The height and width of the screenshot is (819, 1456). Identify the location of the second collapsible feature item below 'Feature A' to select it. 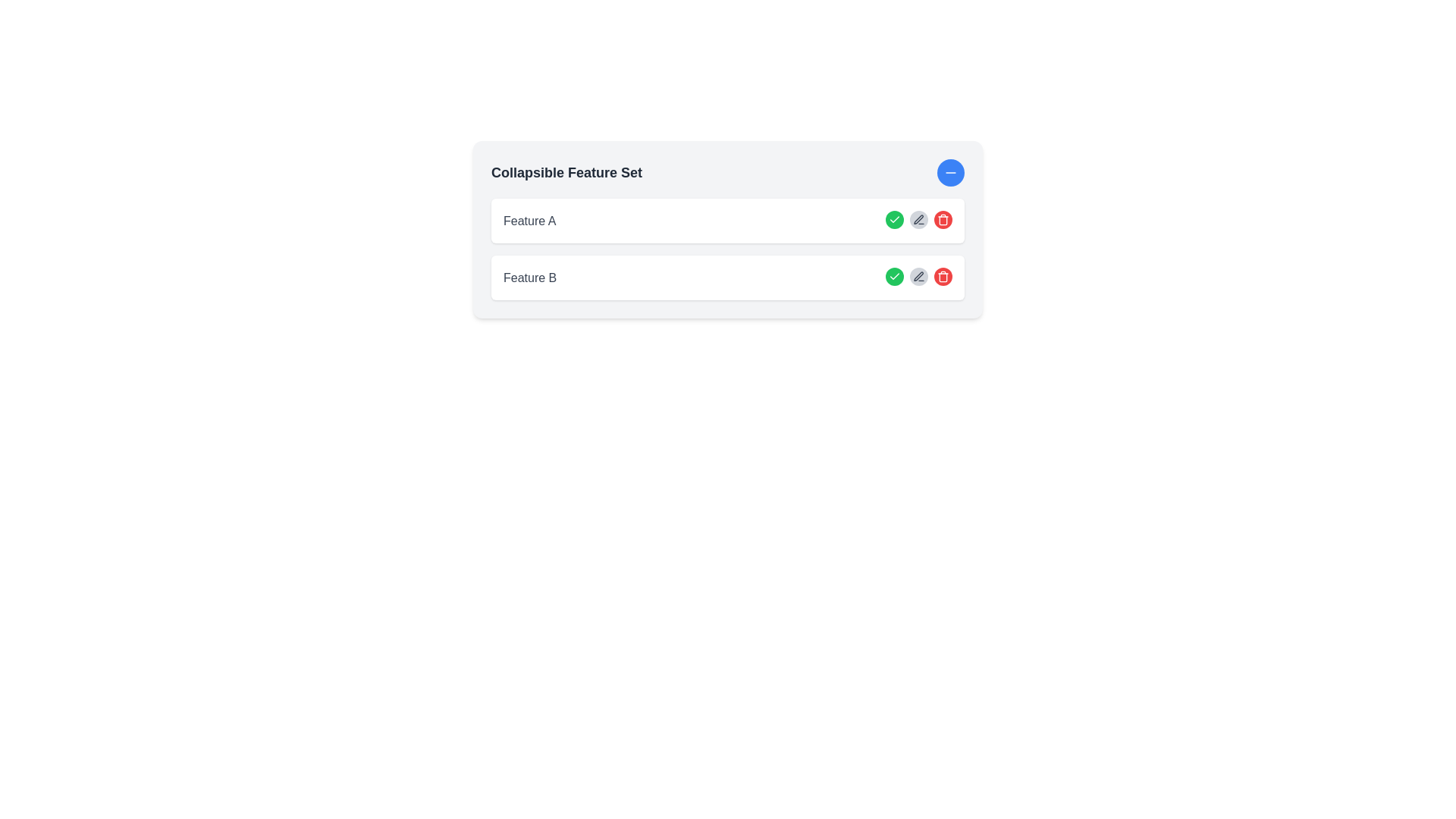
(728, 278).